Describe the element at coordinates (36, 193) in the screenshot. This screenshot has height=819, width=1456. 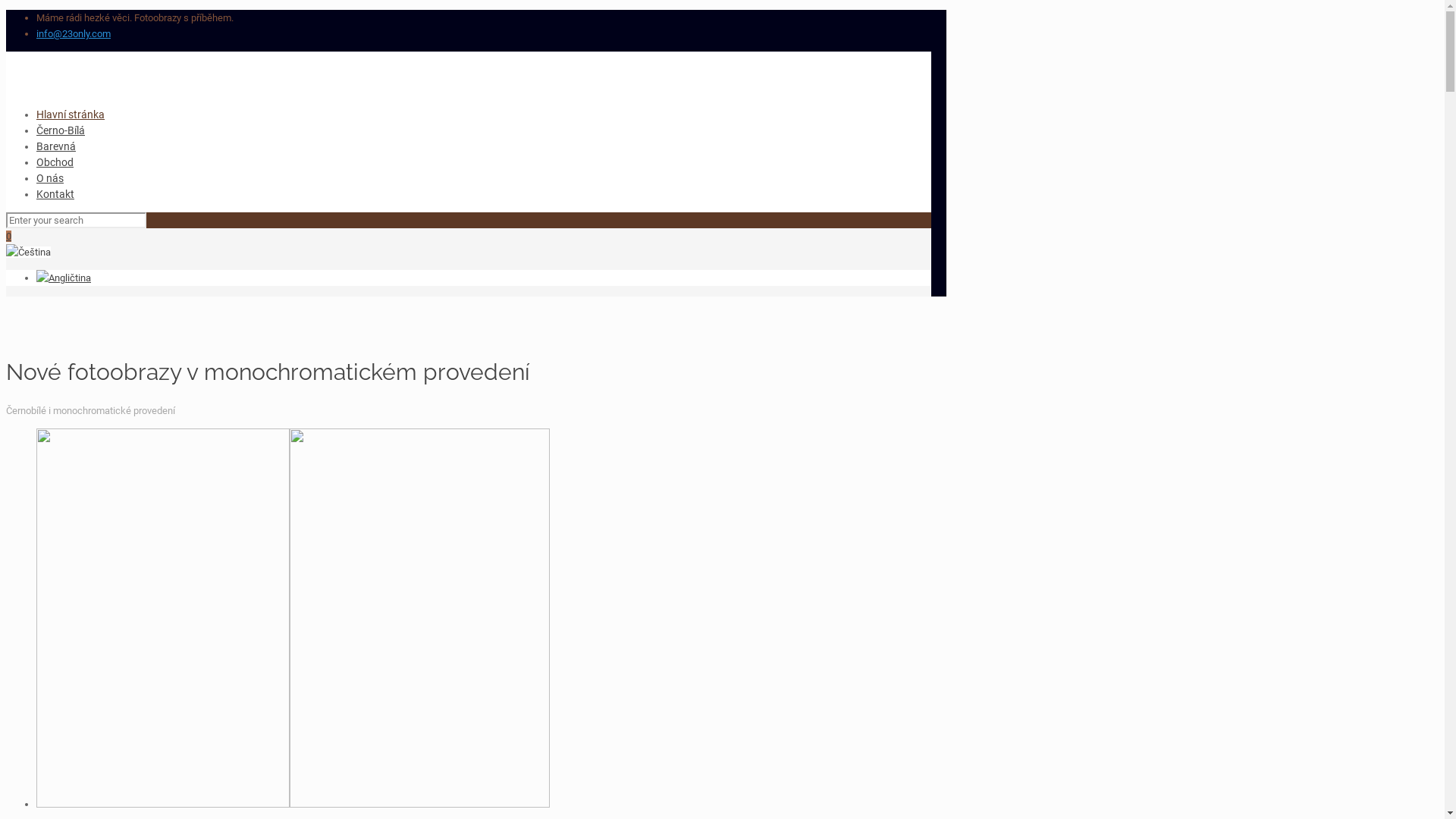
I see `'Kontakt'` at that location.